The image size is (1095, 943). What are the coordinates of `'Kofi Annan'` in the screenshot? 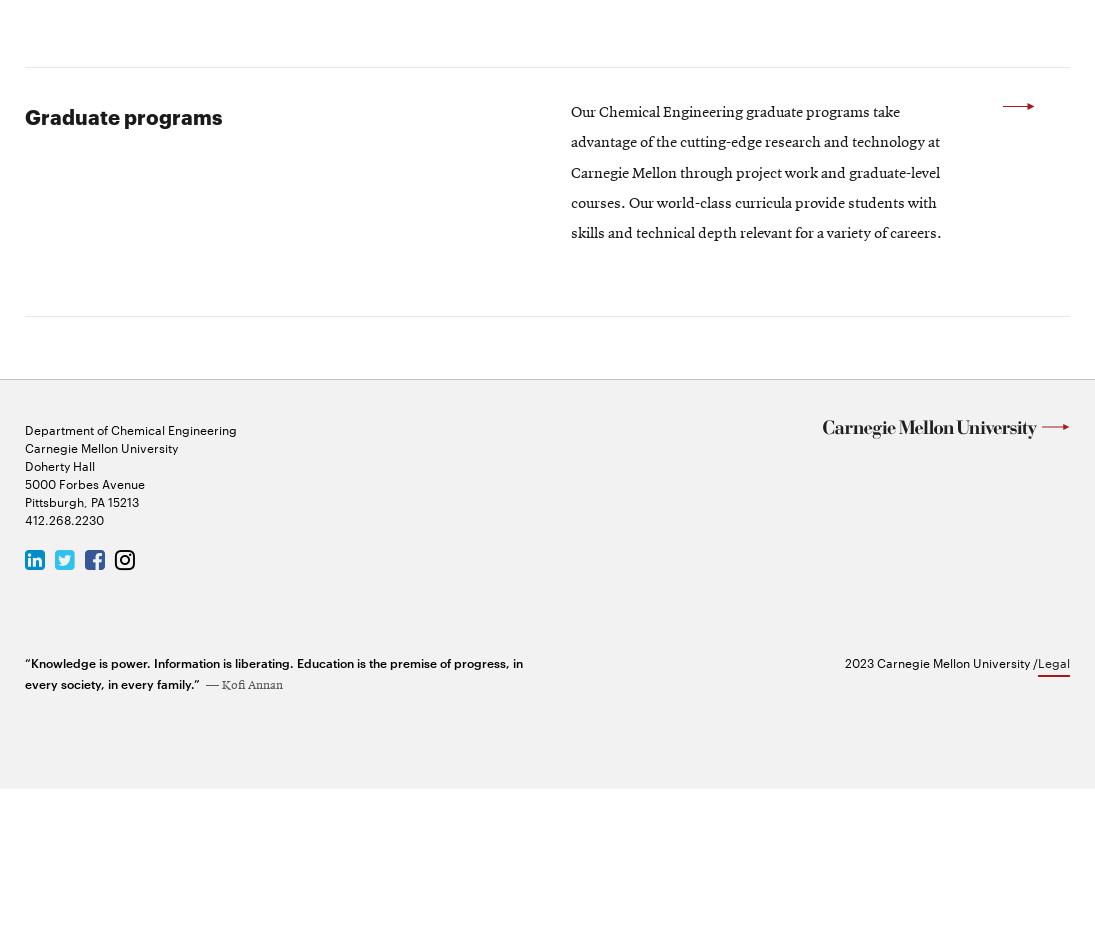 It's located at (252, 839).